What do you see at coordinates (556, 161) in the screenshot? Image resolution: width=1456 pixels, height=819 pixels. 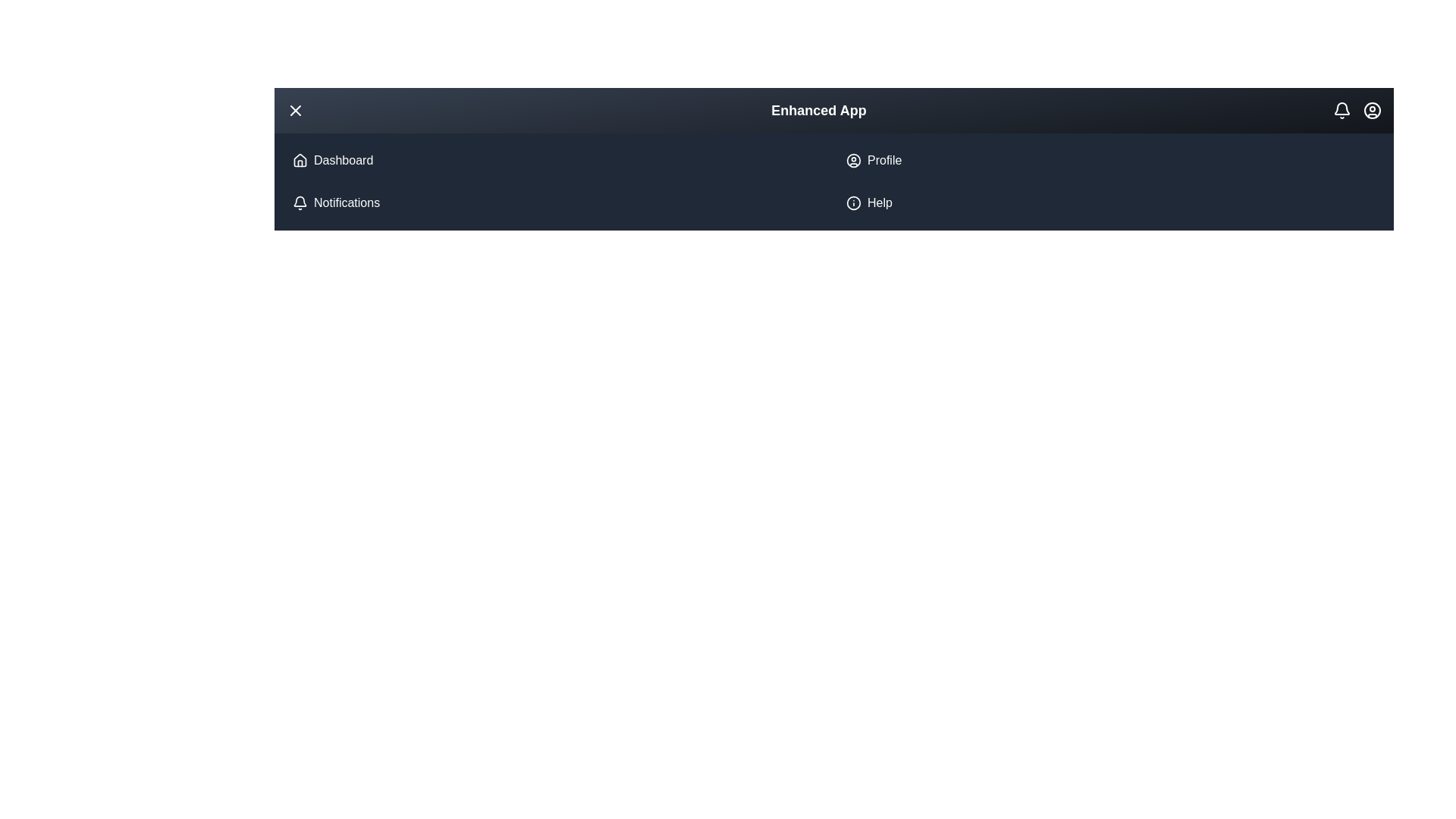 I see `the 'Dashboard' list item` at bounding box center [556, 161].